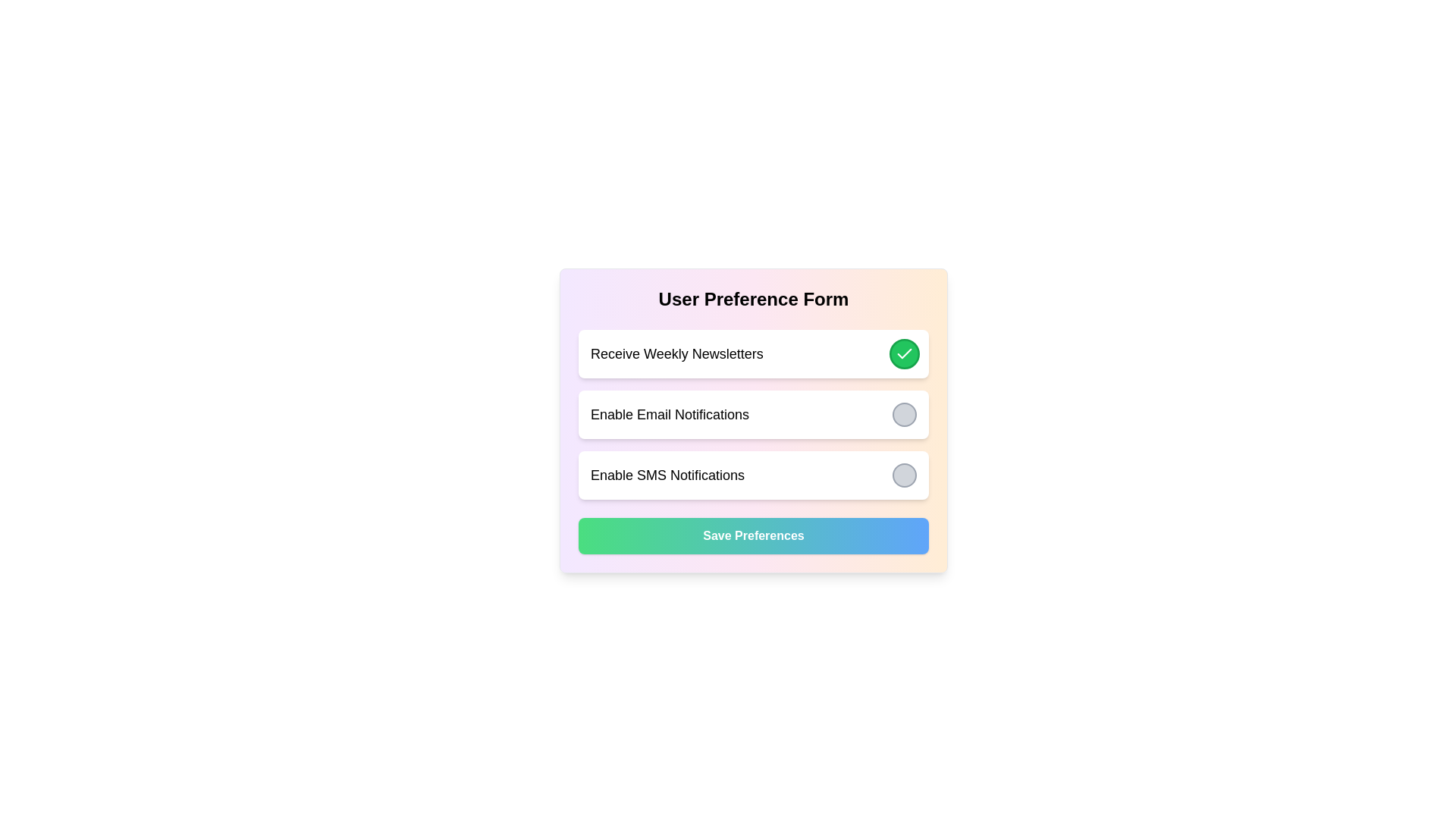  I want to click on the button that saves user preferences, located below the toggle options for newsletters, email notifications, and SMS notifications, to observe its hover effects, so click(753, 535).